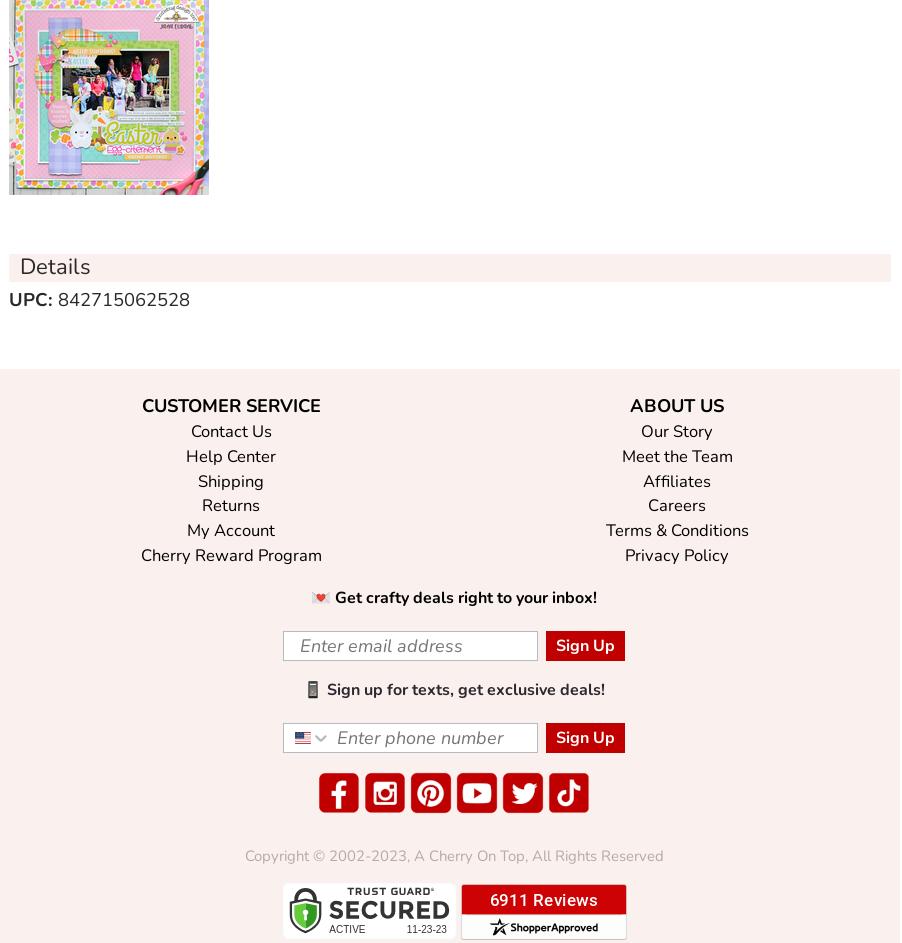 The height and width of the screenshot is (943, 902). Describe the element at coordinates (620, 455) in the screenshot. I see `'Meet the Team'` at that location.